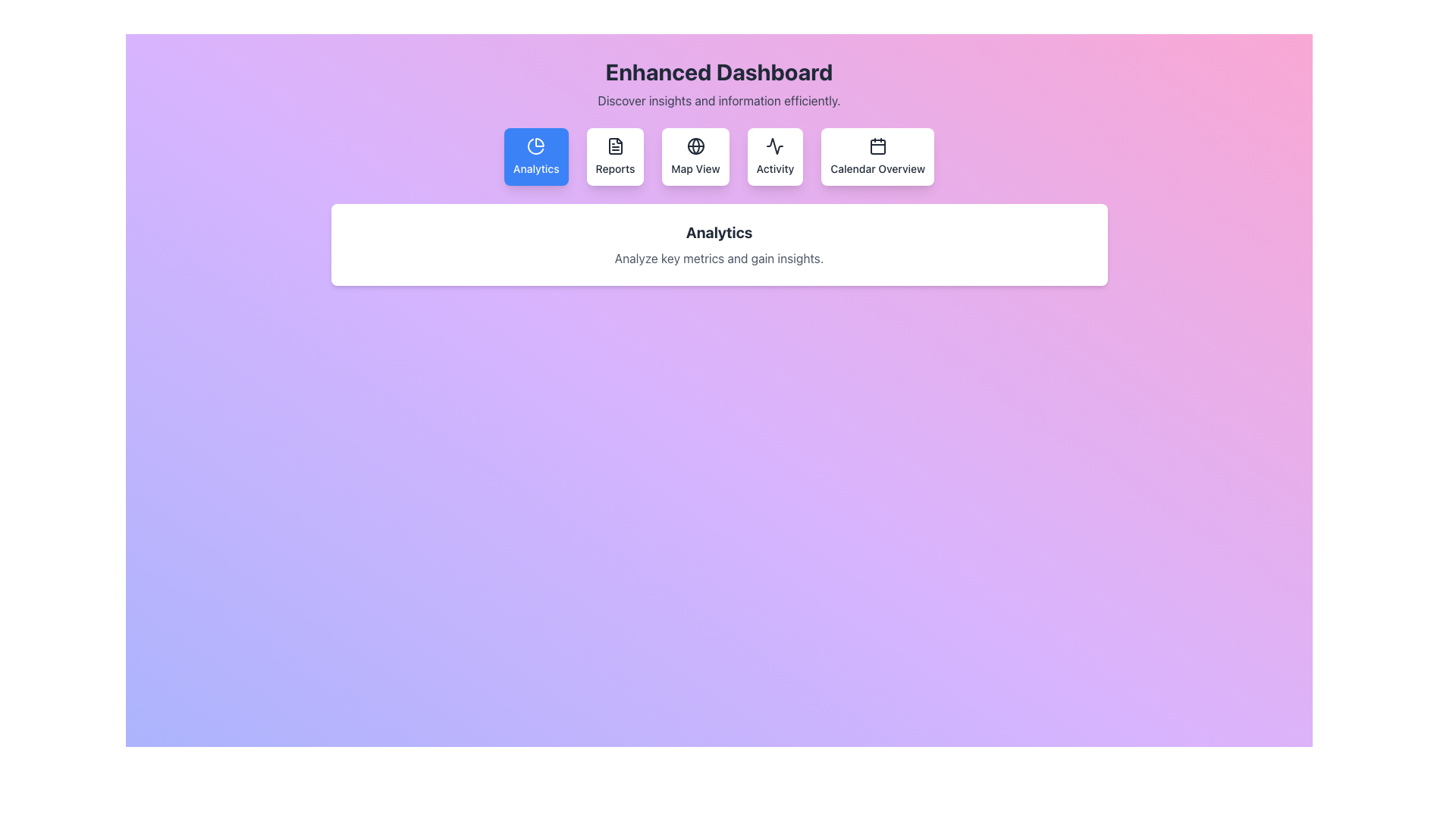 Image resolution: width=1456 pixels, height=819 pixels. What do you see at coordinates (718, 72) in the screenshot?
I see `the main title text label 'Enhanced Dashboard' which serves as the header for the dashboard interface` at bounding box center [718, 72].